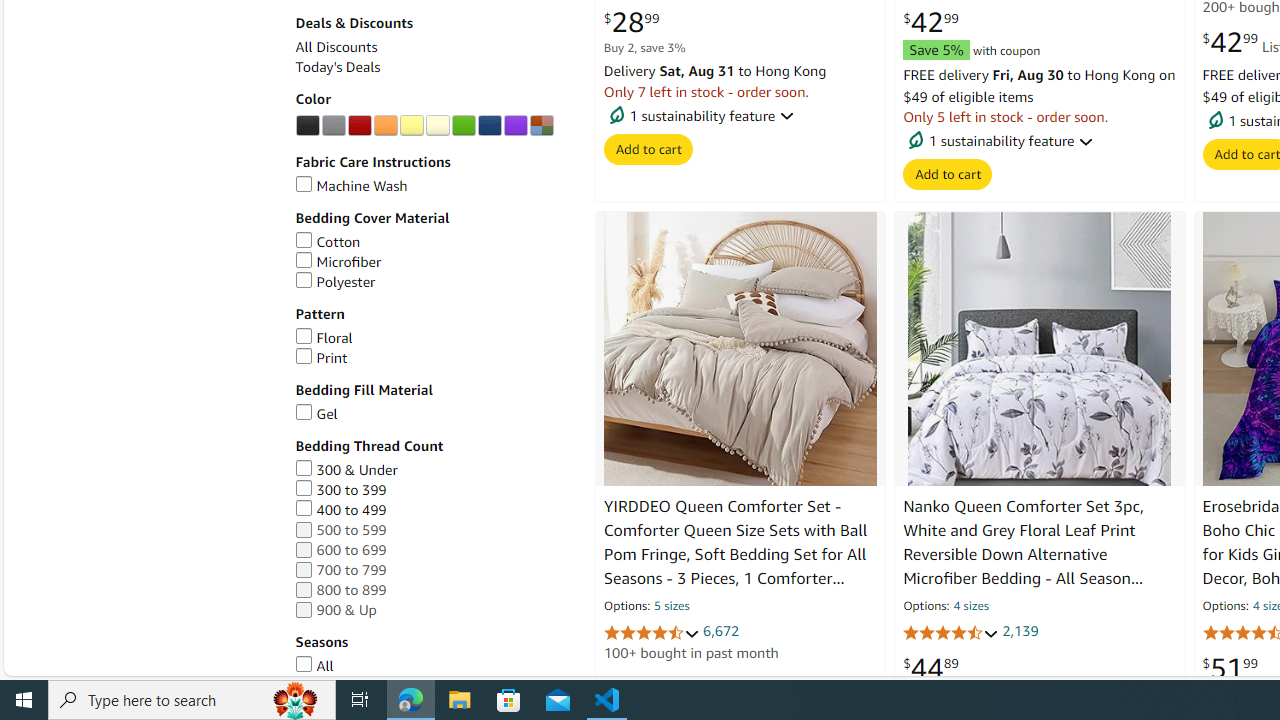 Image resolution: width=1280 pixels, height=720 pixels. I want to click on '4 sizes', so click(970, 606).